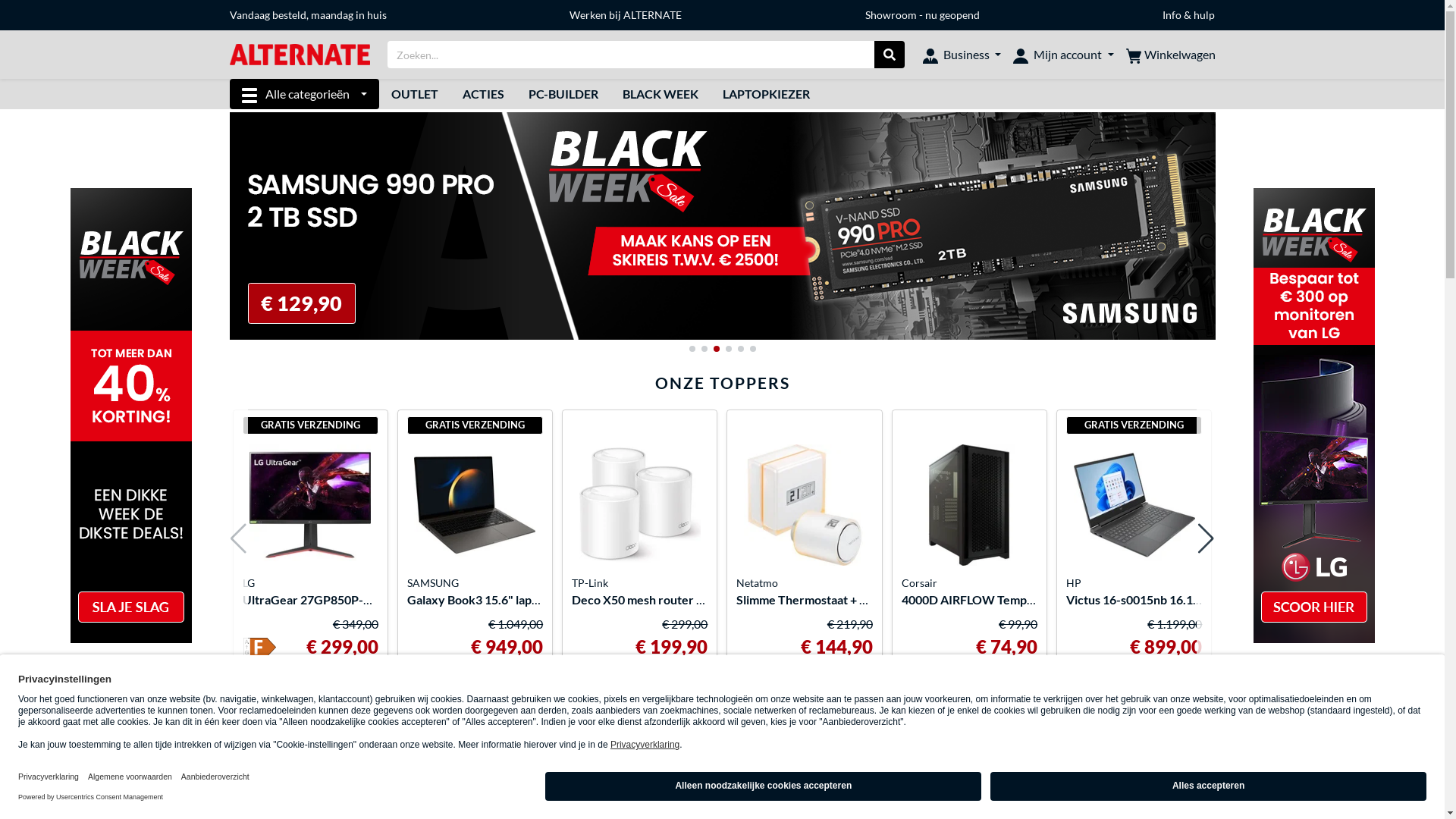 Image resolution: width=1456 pixels, height=819 pixels. Describe the element at coordinates (450, 93) in the screenshot. I see `'ACTIES'` at that location.